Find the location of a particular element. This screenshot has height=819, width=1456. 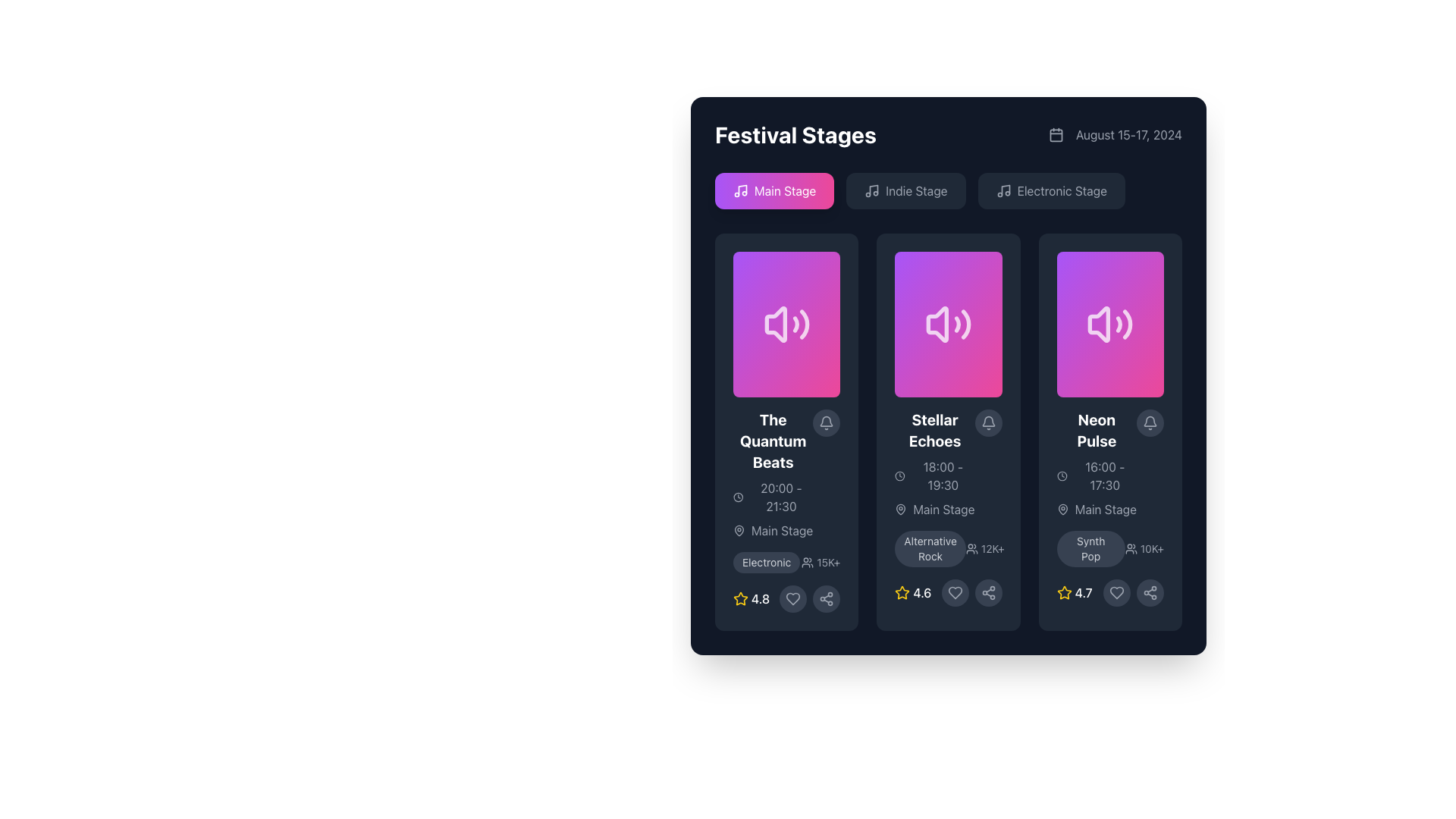

the star rating icon located in the bottom-right card under the 'Festival Stages' section to interact with the rating score is located at coordinates (1063, 592).